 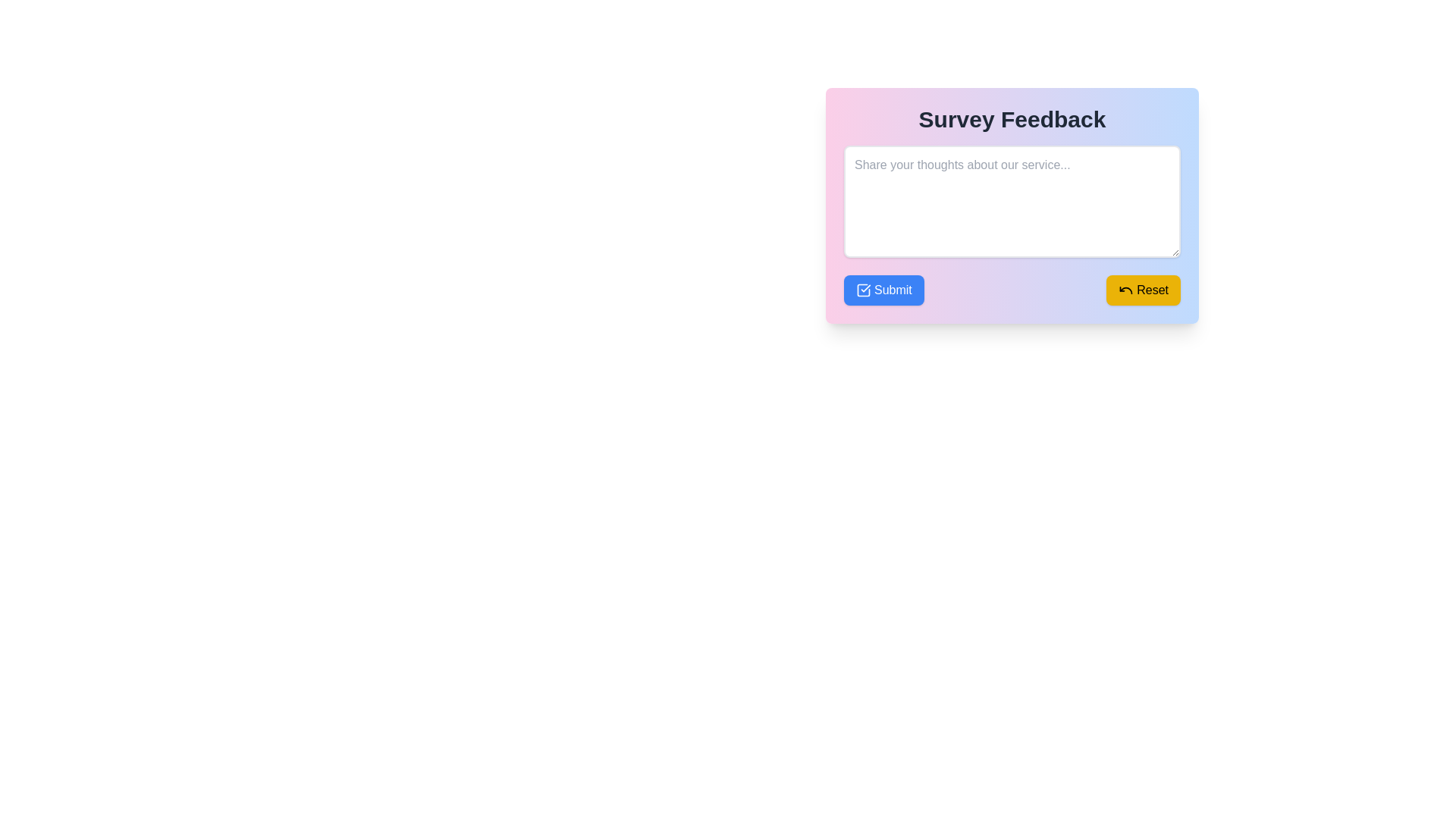 I want to click on to highlight text in the multiline text input area located within the 'Survey Feedback' card, below the heading 'Survey Feedback', so click(x=1012, y=201).